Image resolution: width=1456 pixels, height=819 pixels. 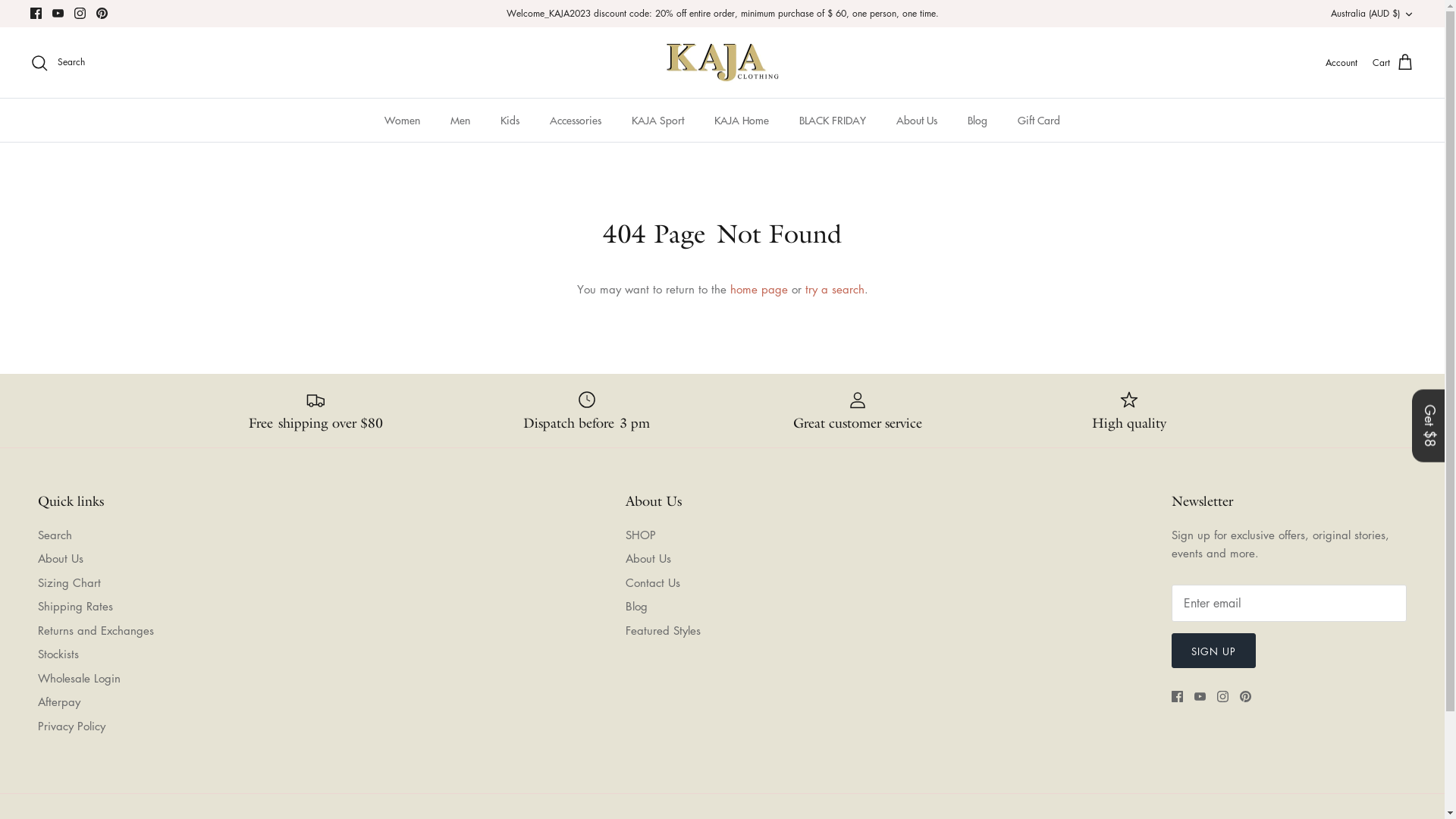 I want to click on 'SIGN UP', so click(x=1171, y=649).